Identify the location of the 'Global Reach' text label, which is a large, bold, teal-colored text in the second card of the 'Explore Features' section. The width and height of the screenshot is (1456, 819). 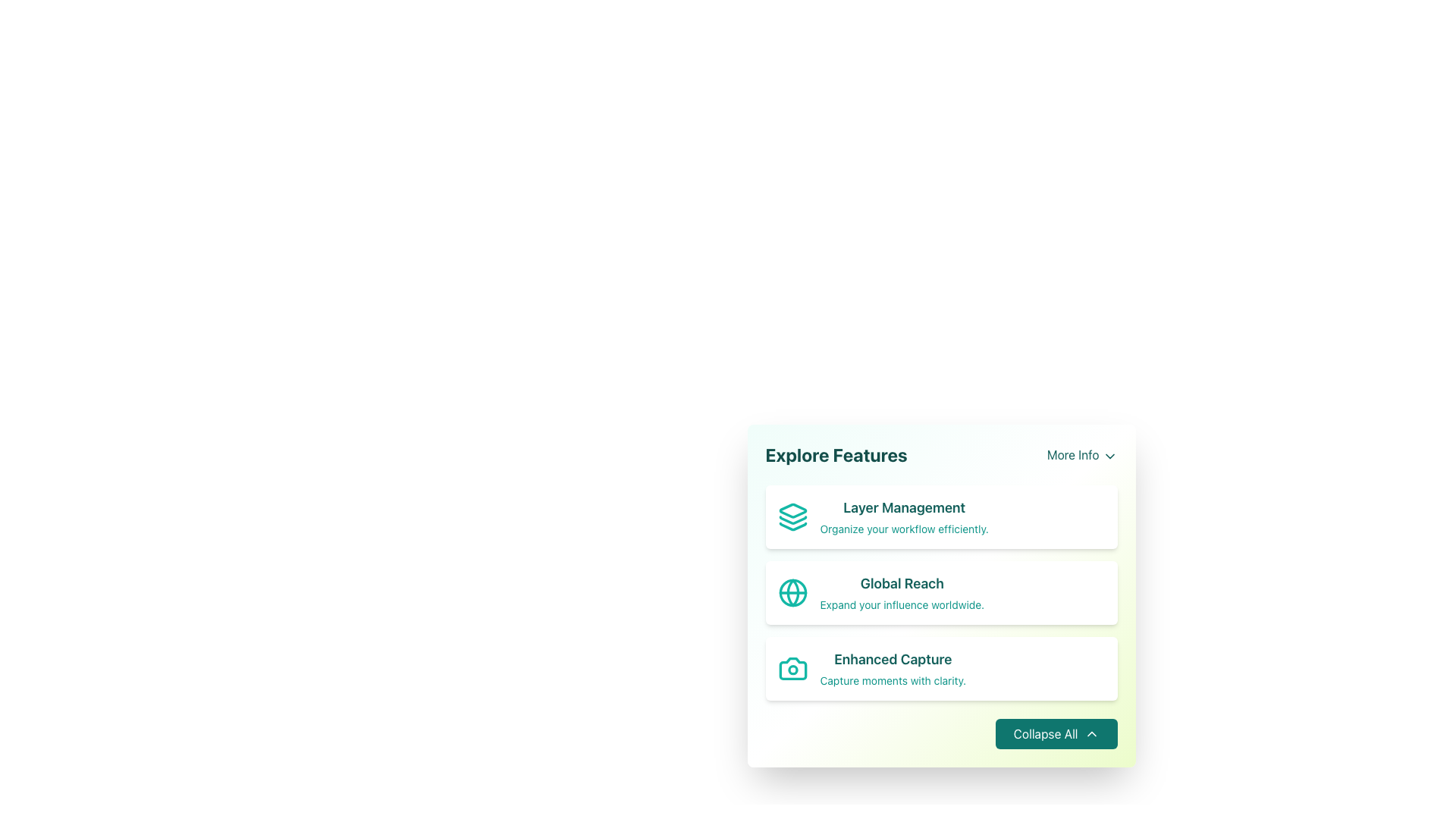
(902, 583).